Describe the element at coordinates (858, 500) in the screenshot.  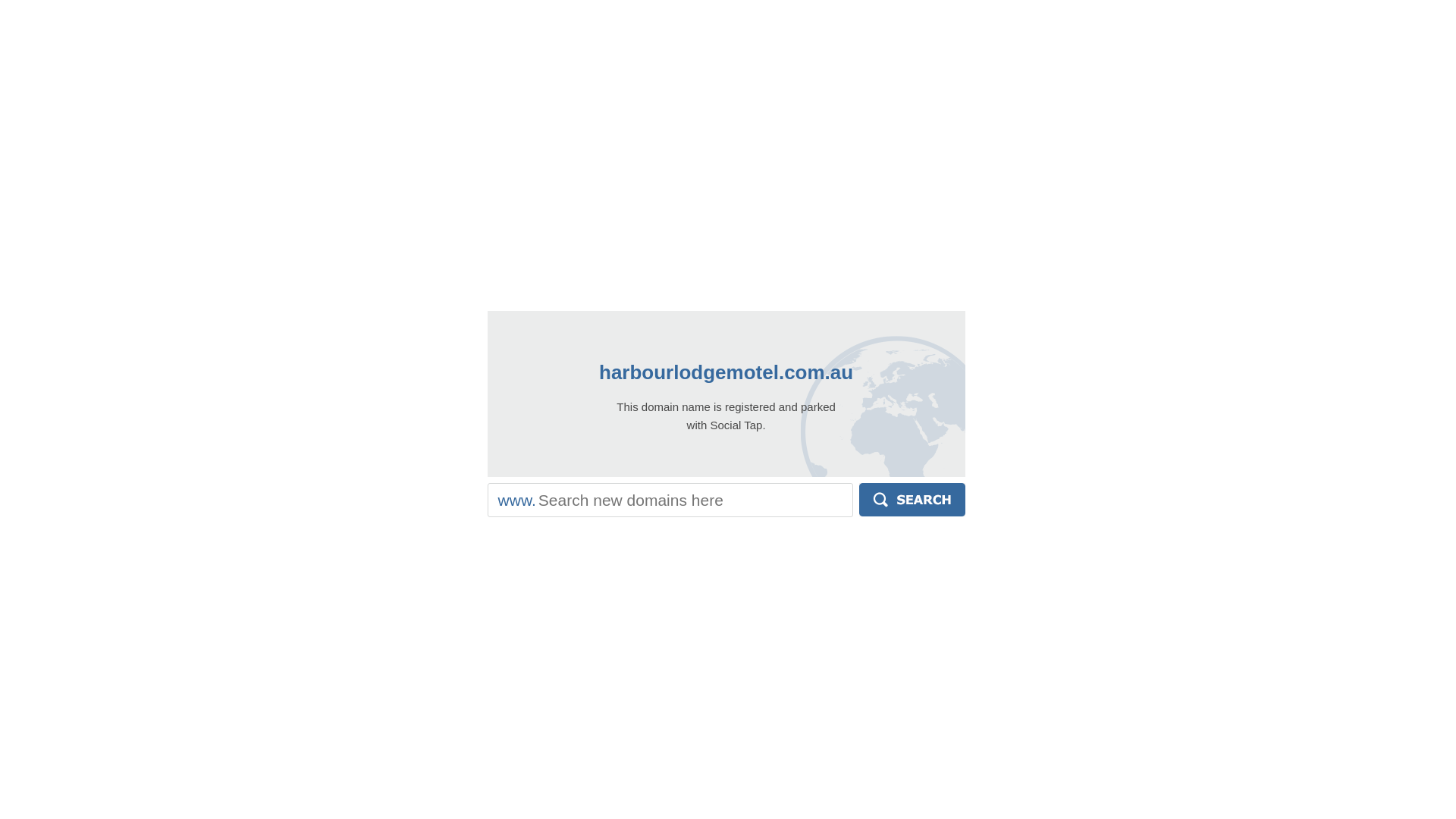
I see `'Search'` at that location.